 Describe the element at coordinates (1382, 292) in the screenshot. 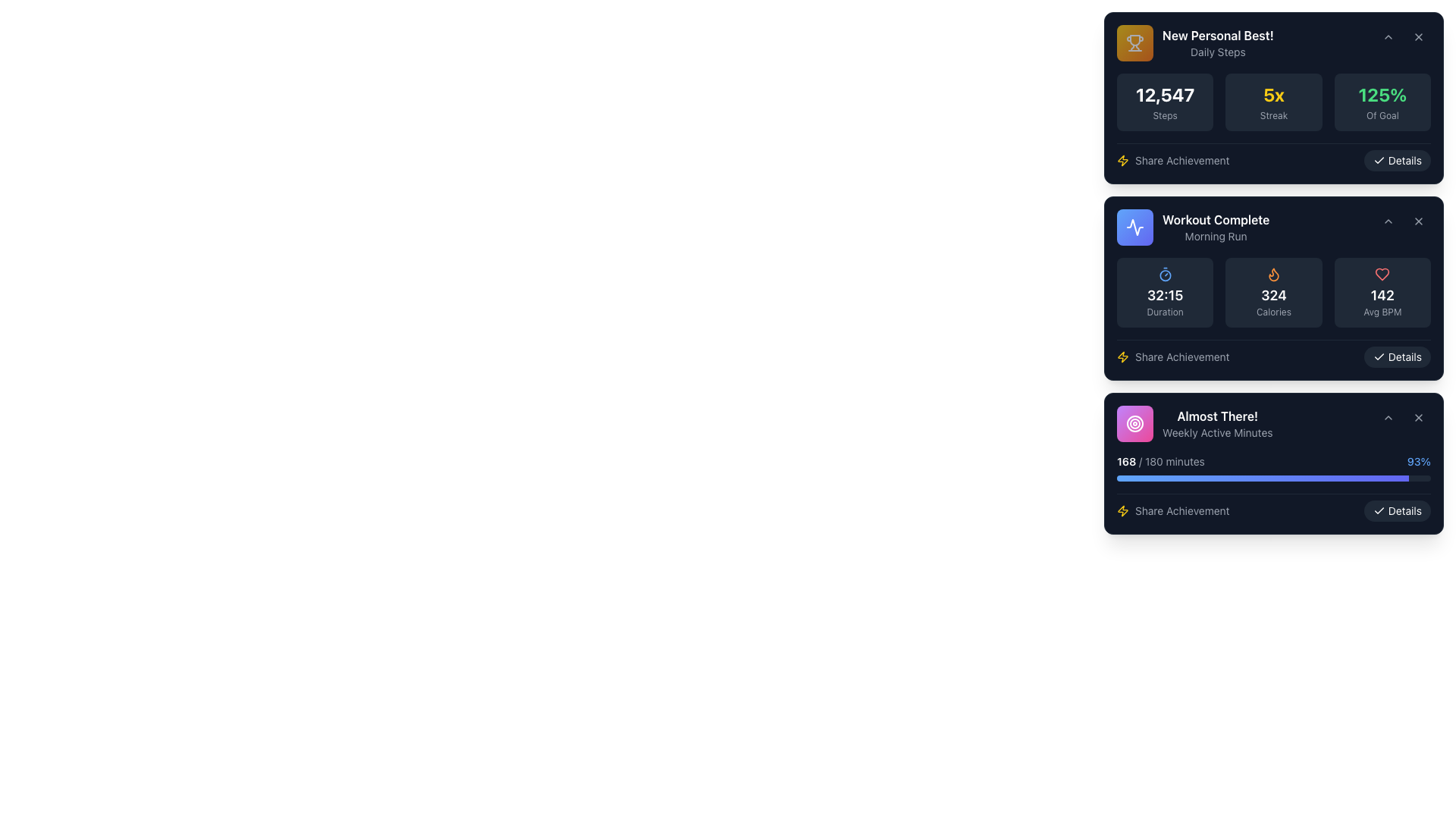

I see `the informational card displaying average beats per minute (BPM) that is positioned in the middle section of the page, to the right of the 'Duration' and 'Calories' cards` at that location.